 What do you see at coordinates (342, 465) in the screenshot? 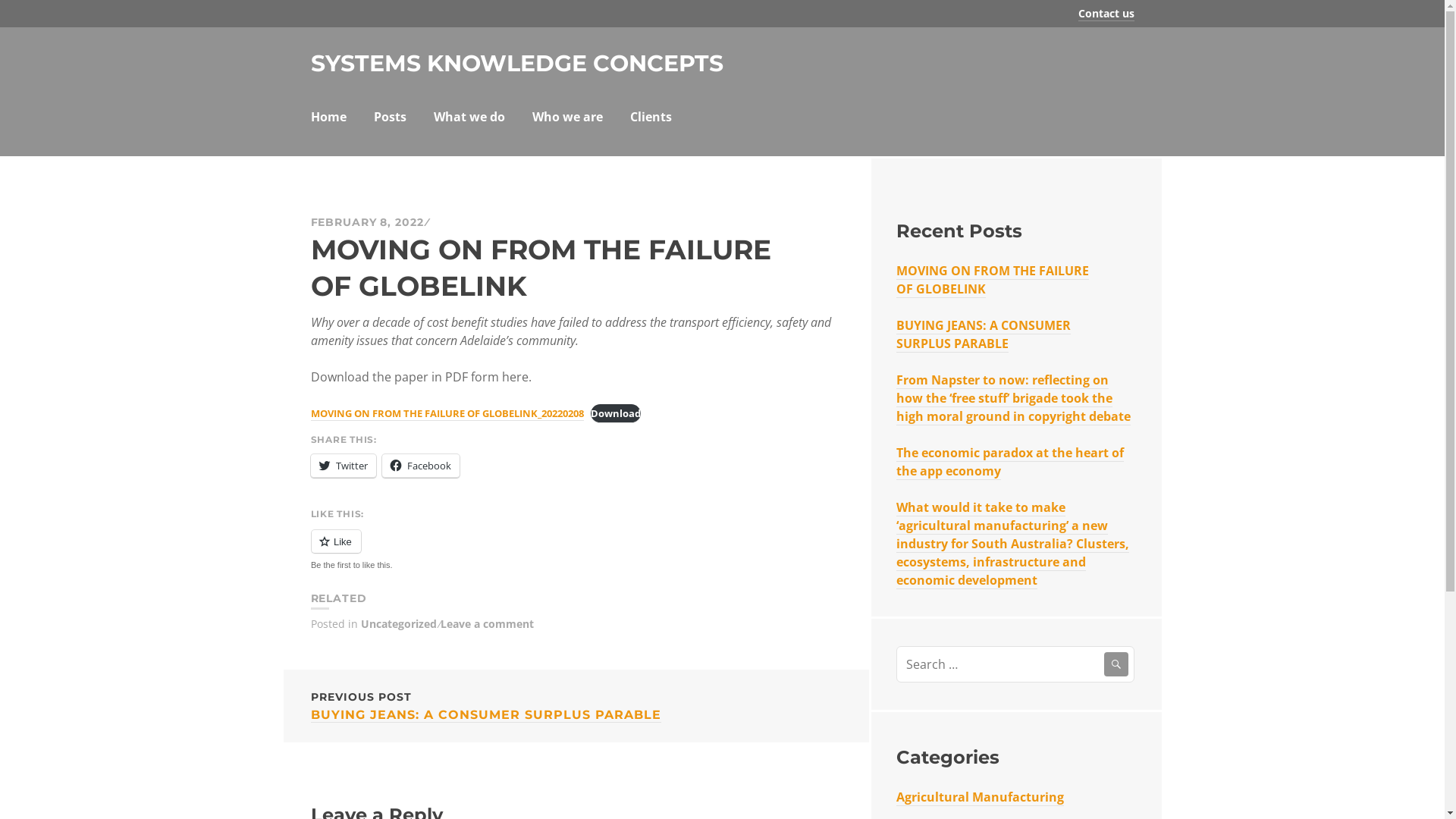
I see `'Twitter'` at bounding box center [342, 465].